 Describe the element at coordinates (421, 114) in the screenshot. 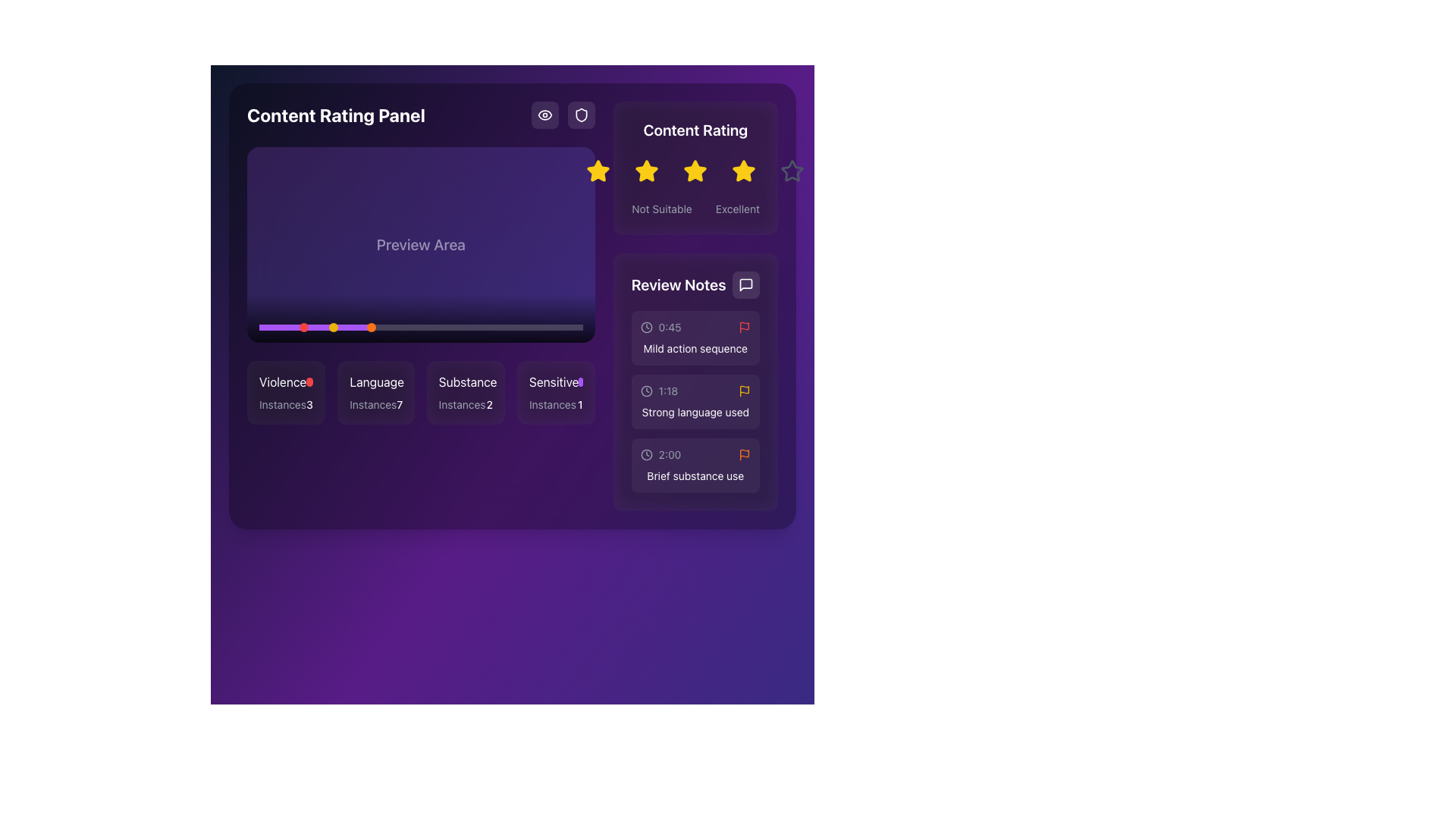

I see `text content of the label that serves as a title or header for the content rating functionalities, located at the left side of the header area` at that location.